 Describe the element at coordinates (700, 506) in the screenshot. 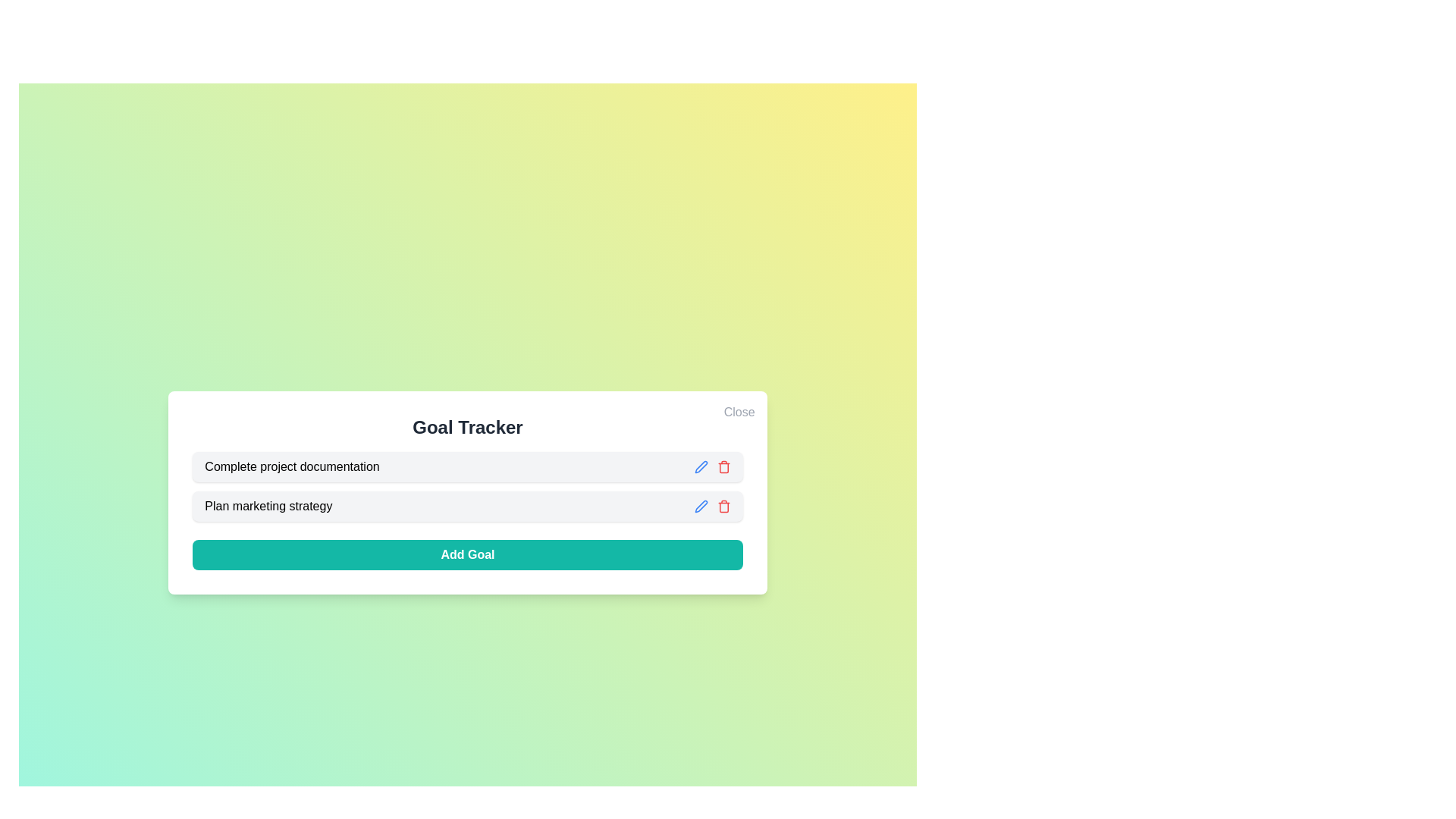

I see `the edit icon for the goal 'Plan marketing strategy'` at that location.